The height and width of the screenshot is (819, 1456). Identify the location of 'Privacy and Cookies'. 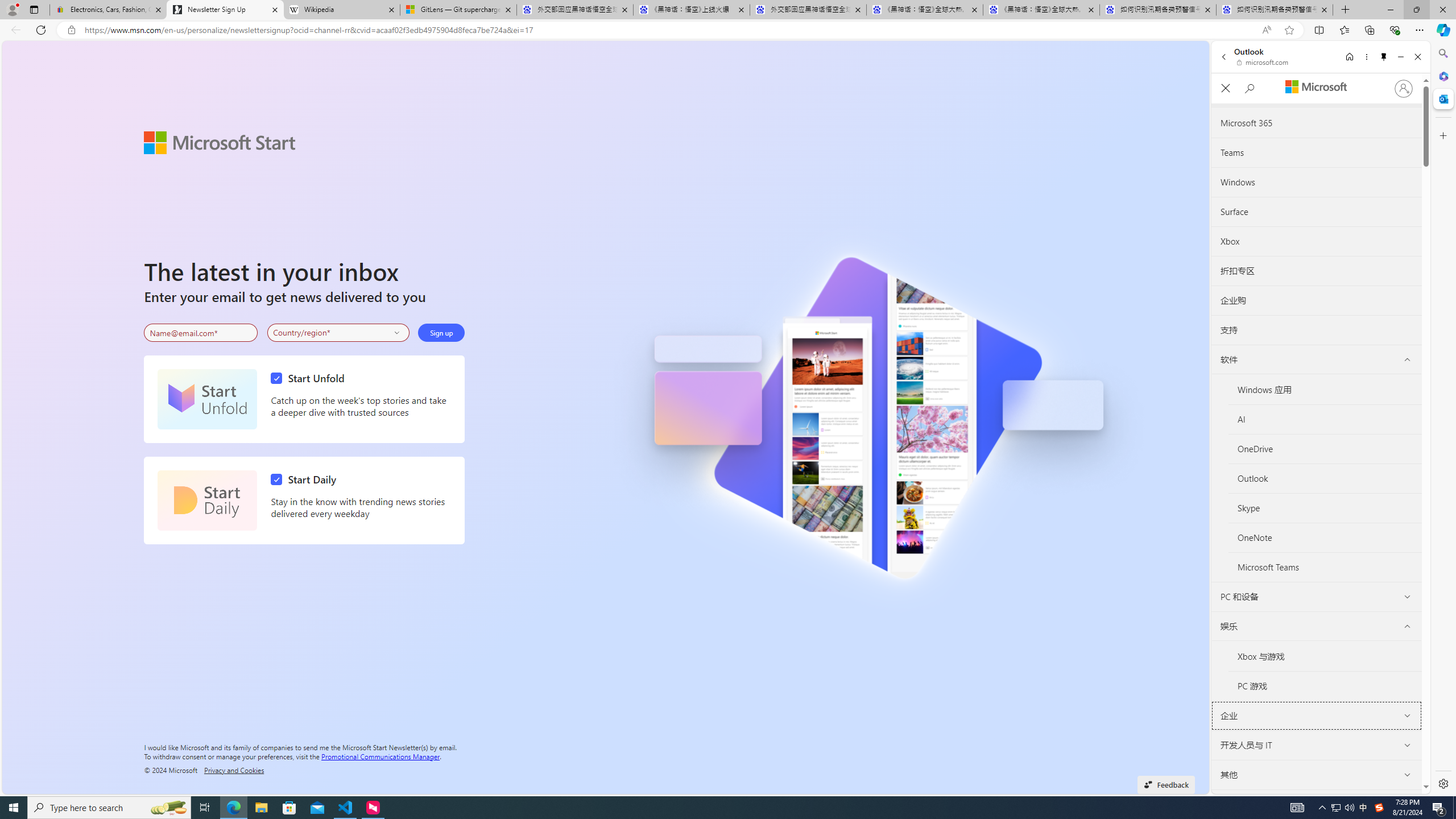
(234, 769).